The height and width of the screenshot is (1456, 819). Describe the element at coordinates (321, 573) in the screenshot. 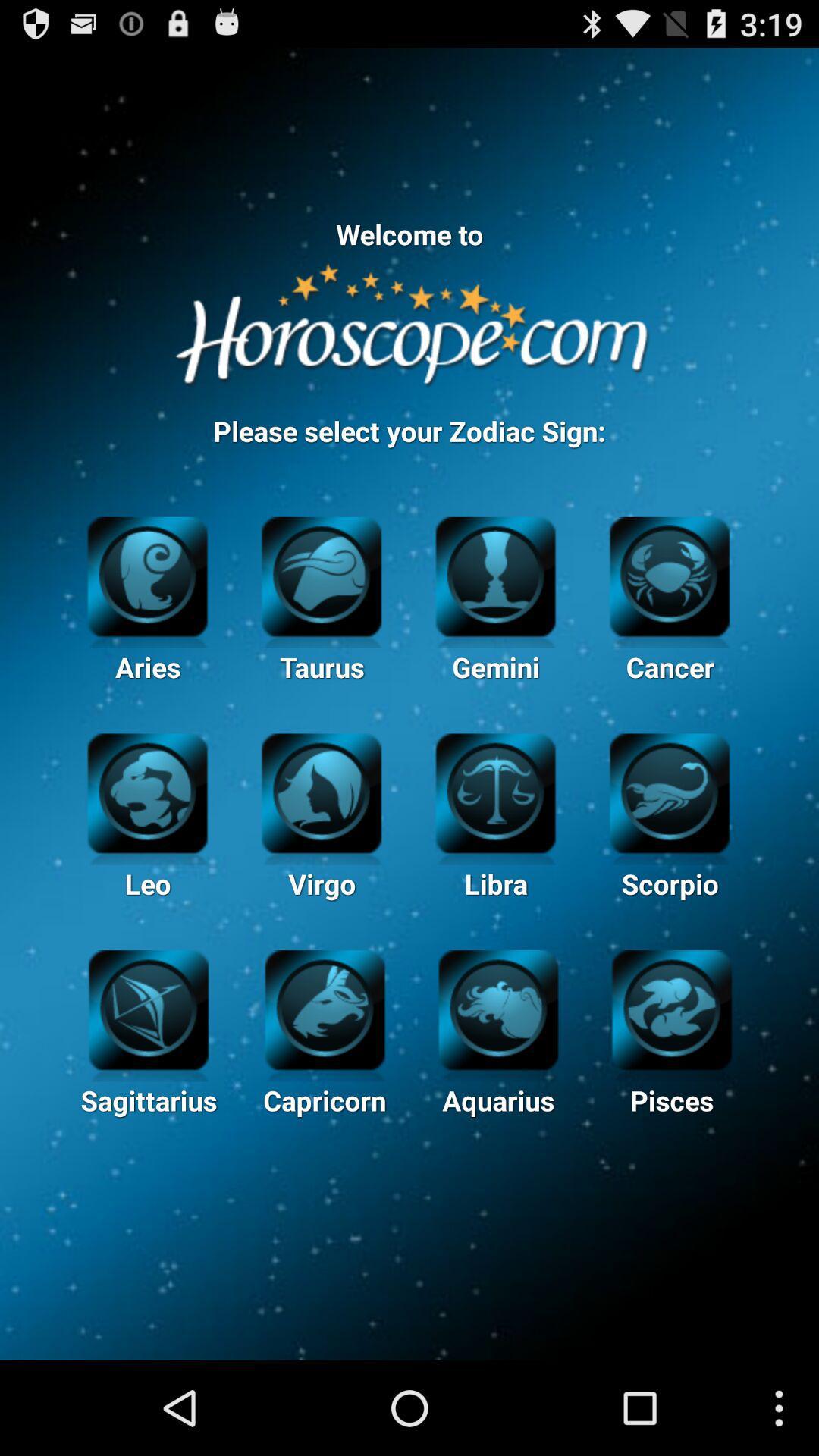

I see `taurus zodiac sign` at that location.